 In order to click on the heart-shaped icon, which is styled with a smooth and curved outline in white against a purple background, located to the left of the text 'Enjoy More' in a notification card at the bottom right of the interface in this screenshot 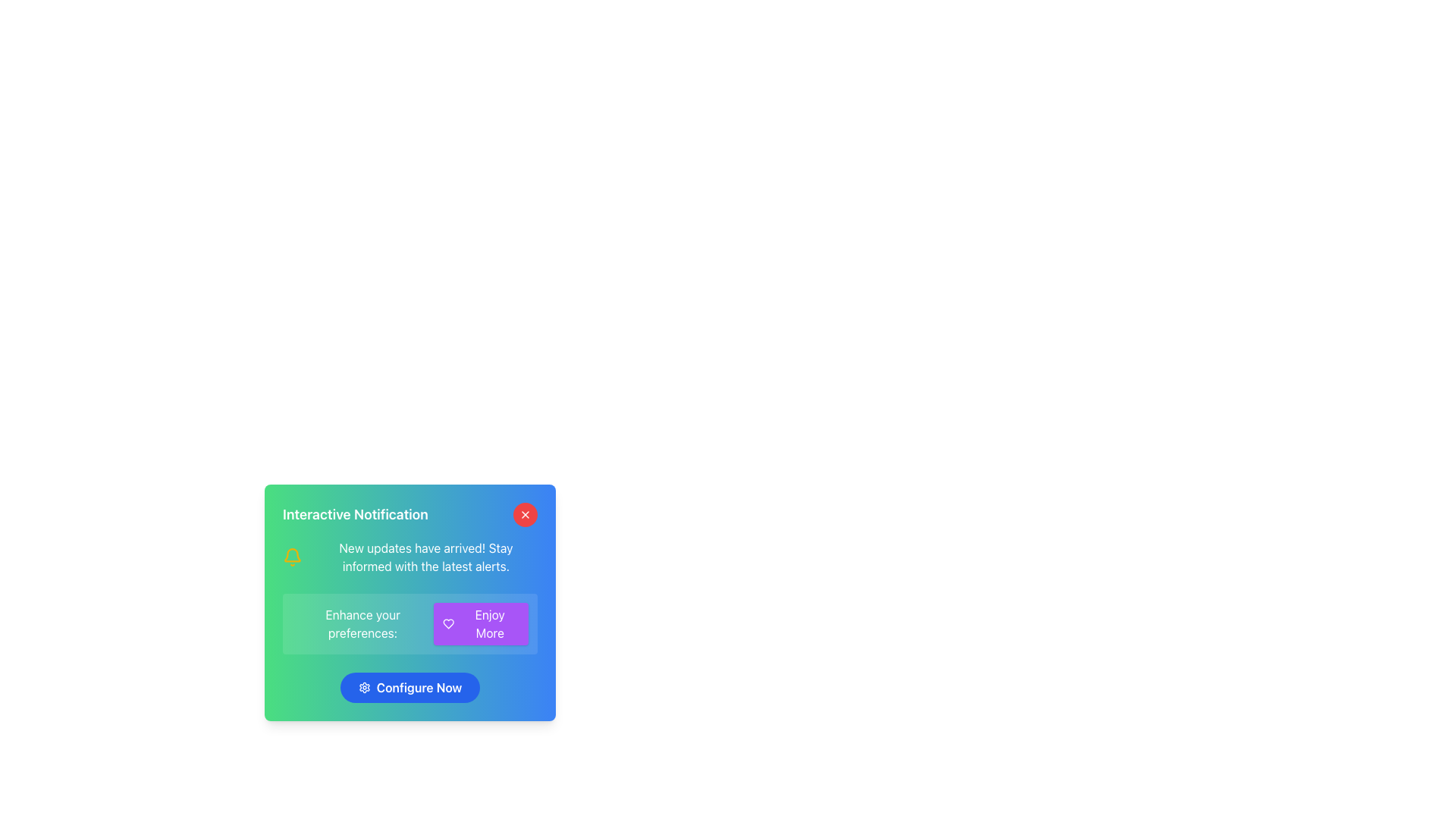, I will do `click(447, 623)`.